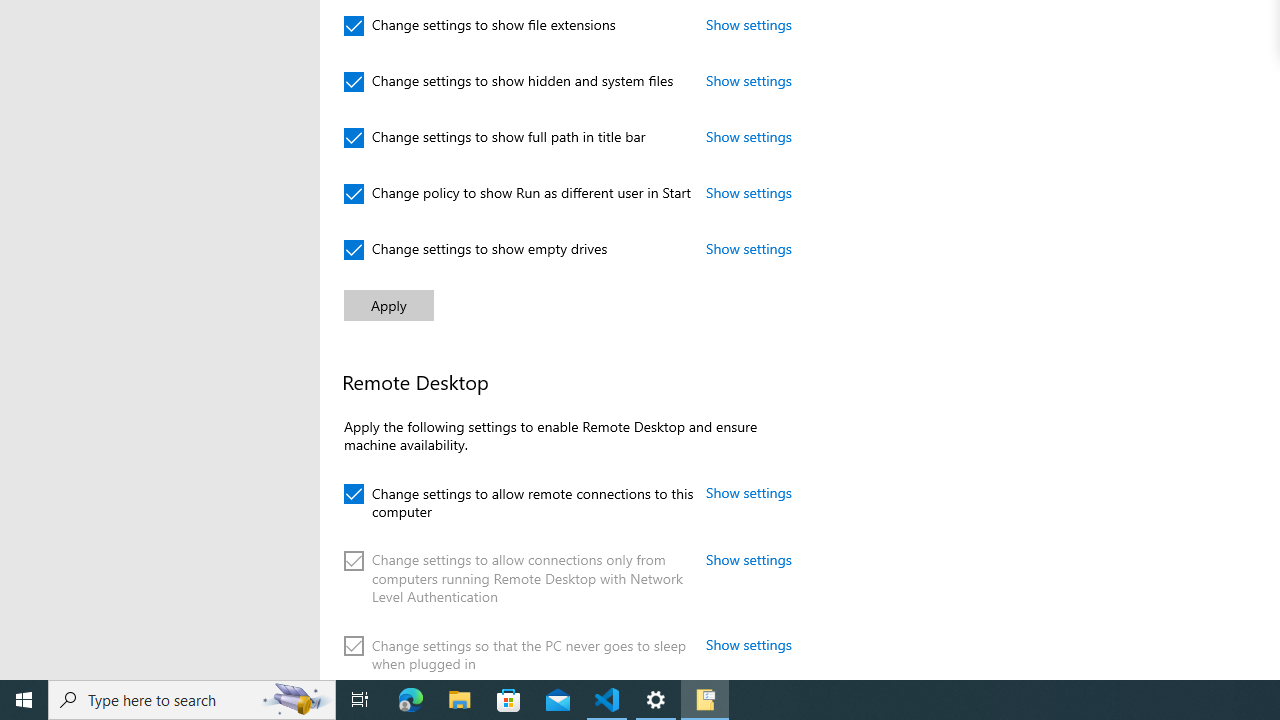 Image resolution: width=1280 pixels, height=720 pixels. What do you see at coordinates (359, 698) in the screenshot?
I see `'Task View'` at bounding box center [359, 698].